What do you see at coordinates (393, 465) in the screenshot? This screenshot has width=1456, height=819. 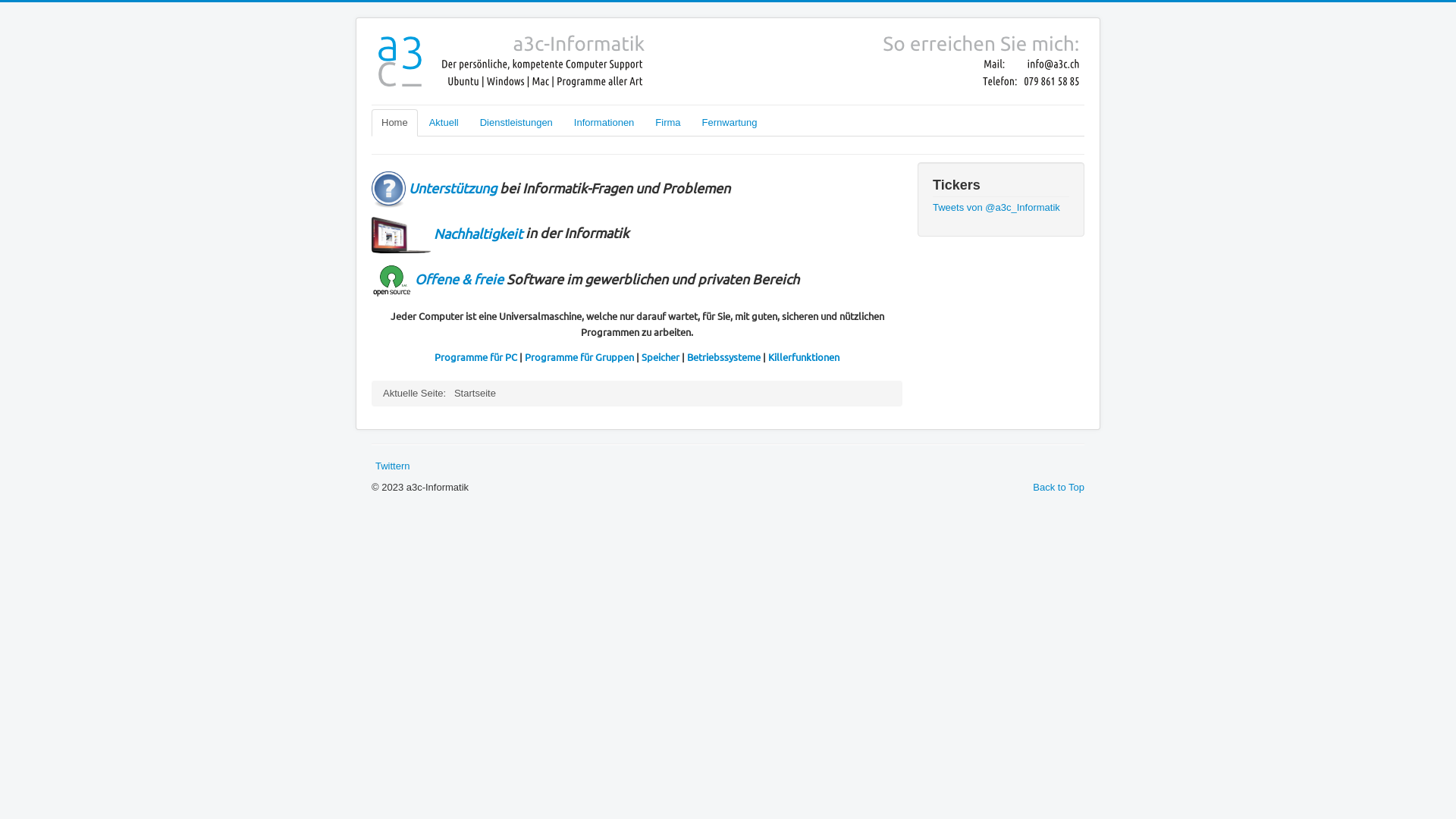 I see `'Twittern'` at bounding box center [393, 465].